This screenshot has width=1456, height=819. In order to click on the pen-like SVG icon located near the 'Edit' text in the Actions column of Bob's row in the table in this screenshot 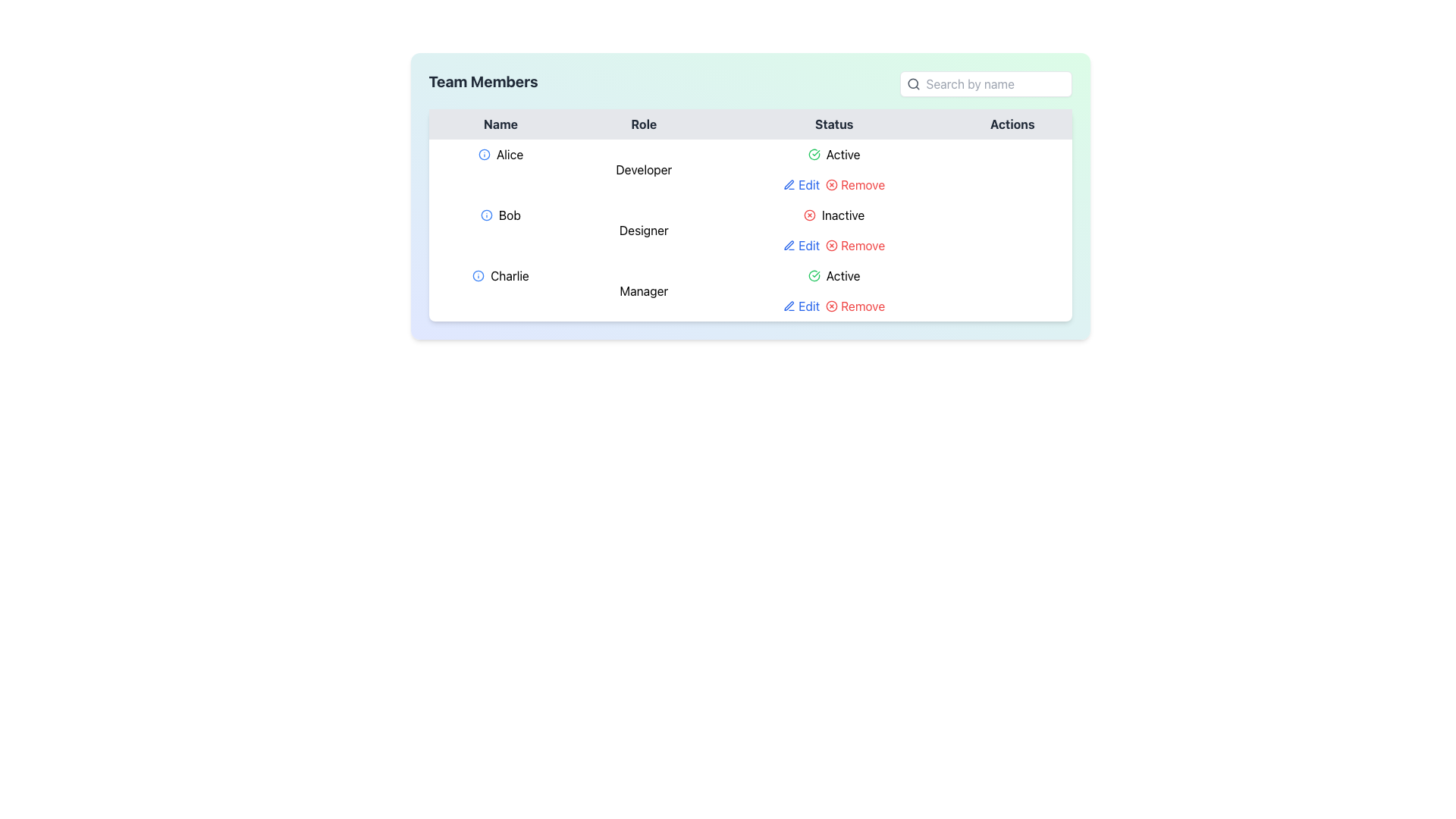, I will do `click(789, 184)`.